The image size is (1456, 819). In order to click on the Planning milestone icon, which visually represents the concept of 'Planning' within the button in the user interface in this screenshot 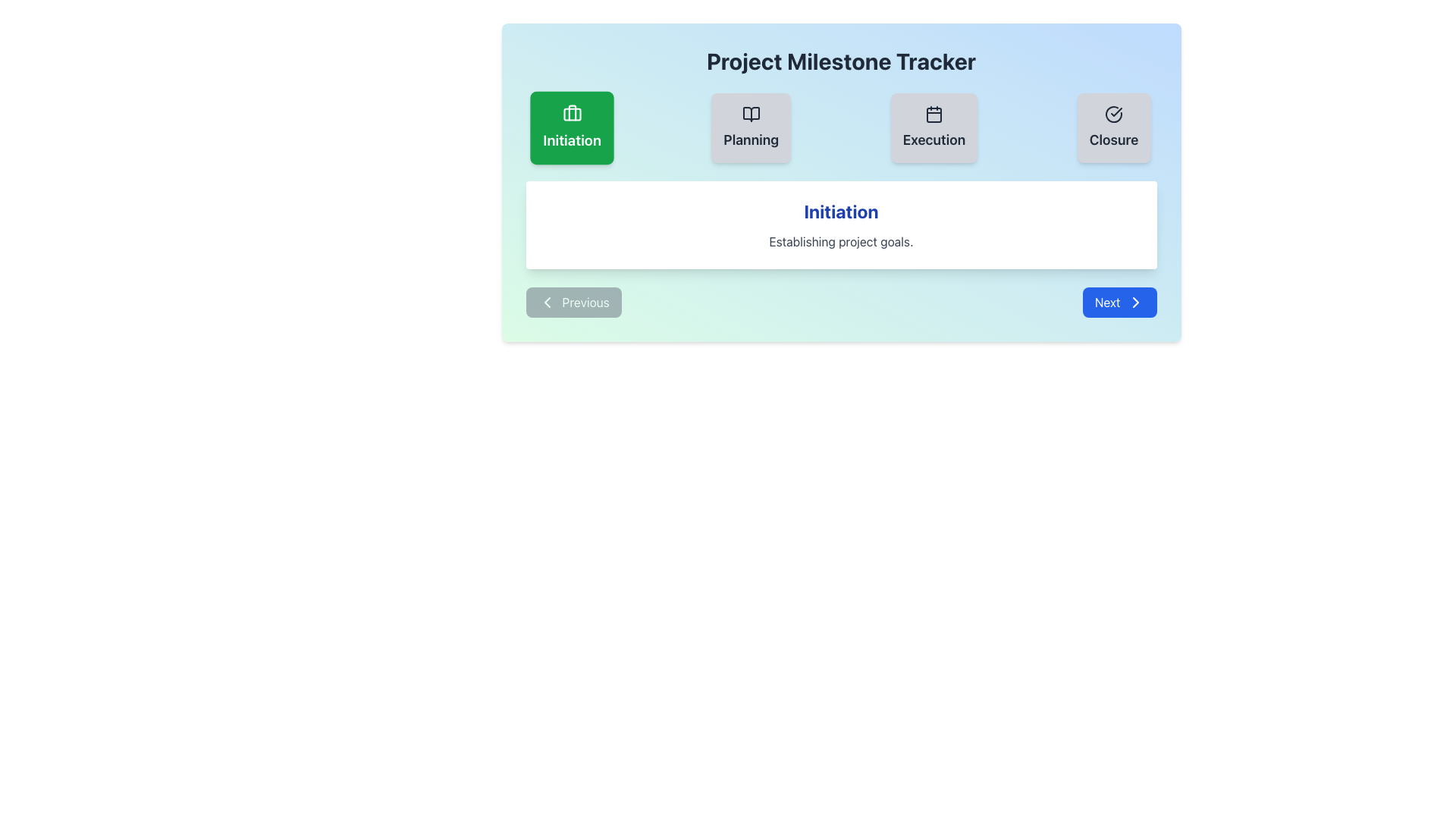, I will do `click(751, 113)`.